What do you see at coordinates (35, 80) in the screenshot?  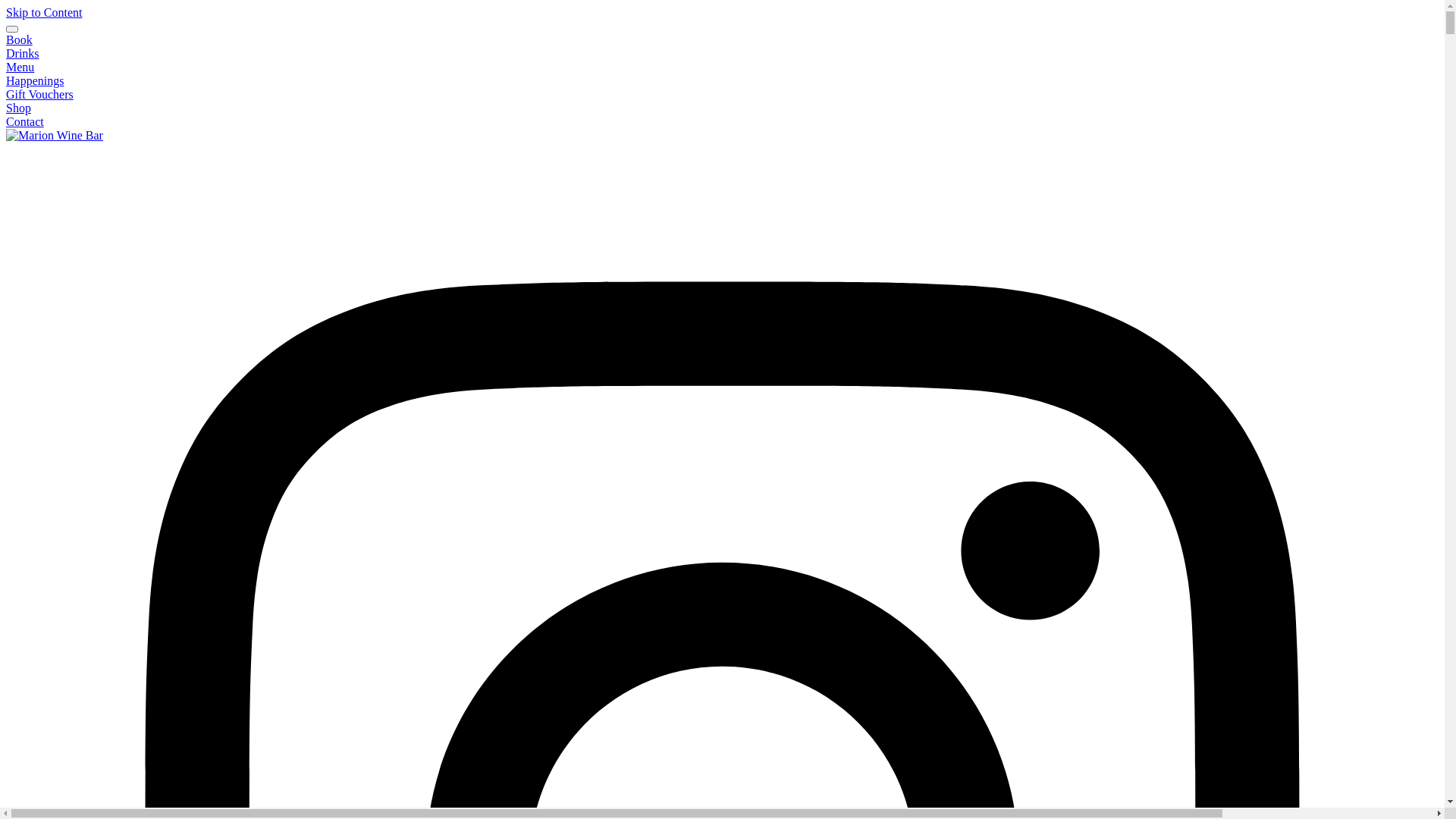 I see `'Happenings'` at bounding box center [35, 80].